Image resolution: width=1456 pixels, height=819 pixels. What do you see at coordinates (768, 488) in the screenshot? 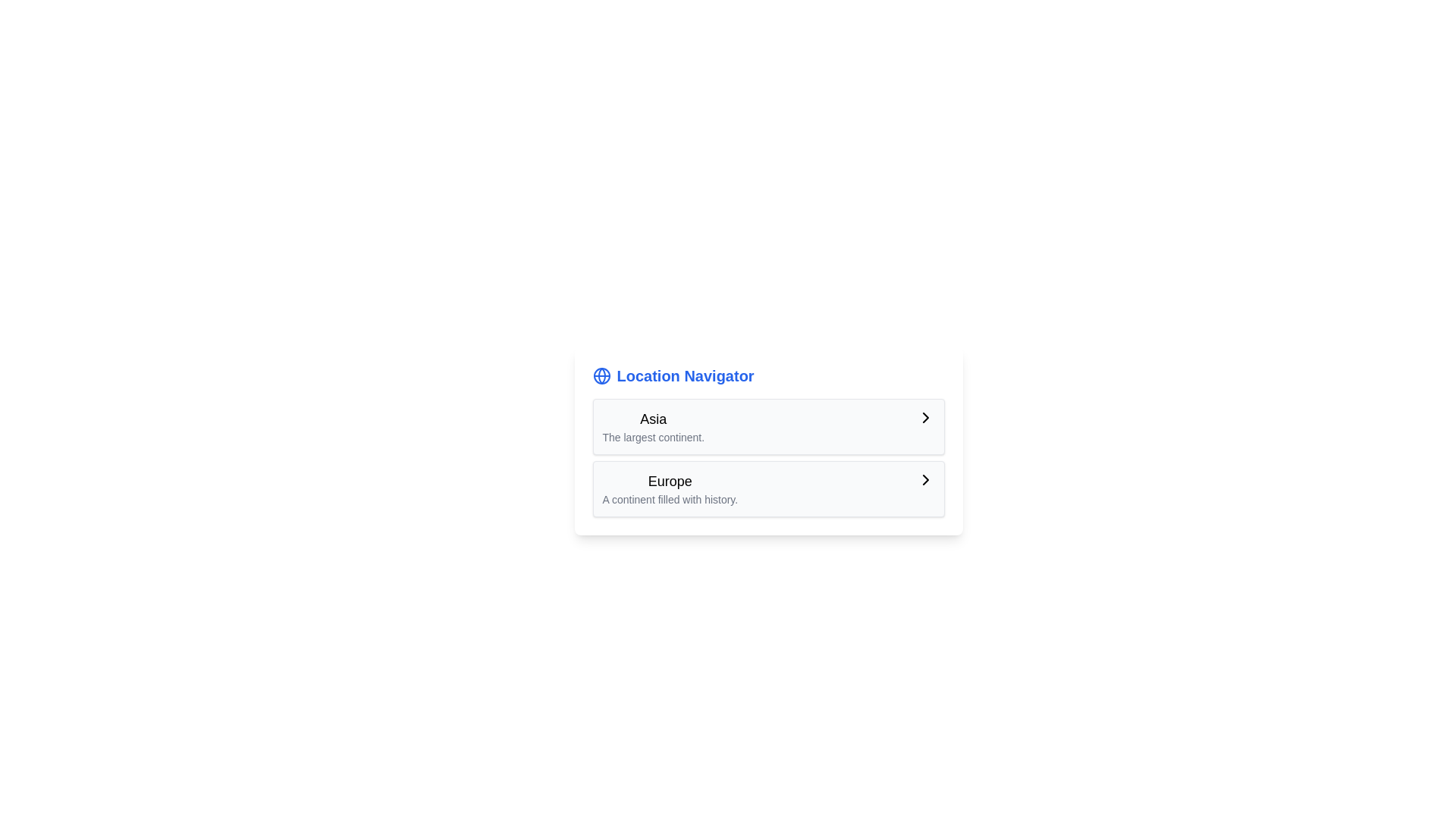
I see `the List item representing the 'Europe' region for additional interaction` at bounding box center [768, 488].